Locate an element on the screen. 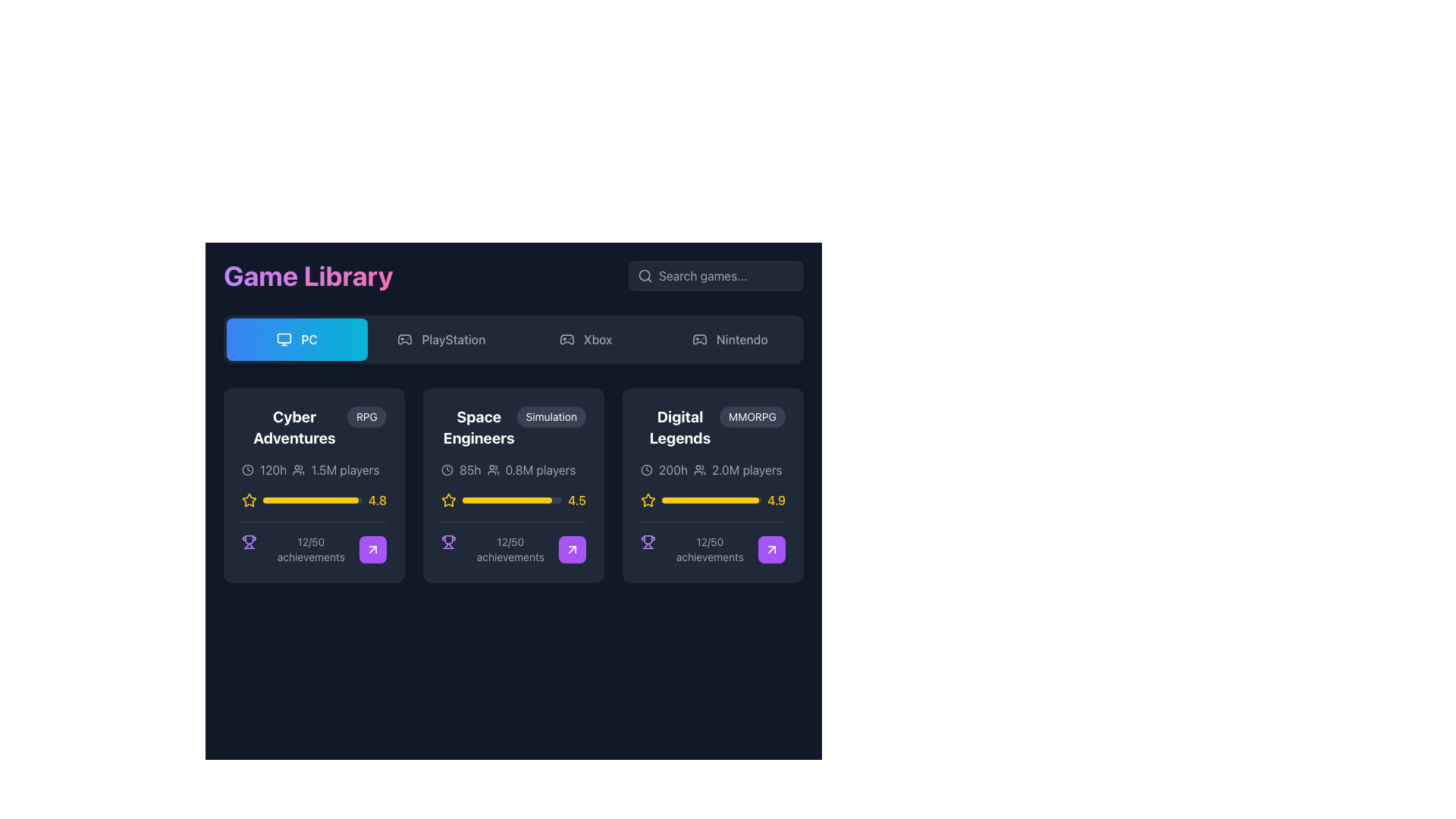 This screenshot has width=1456, height=819. the interactive purple button with an arrow icon located at the bottom-right corner of the 'Cyber Adventures' game statistics card to observe its hover effects is located at coordinates (372, 550).